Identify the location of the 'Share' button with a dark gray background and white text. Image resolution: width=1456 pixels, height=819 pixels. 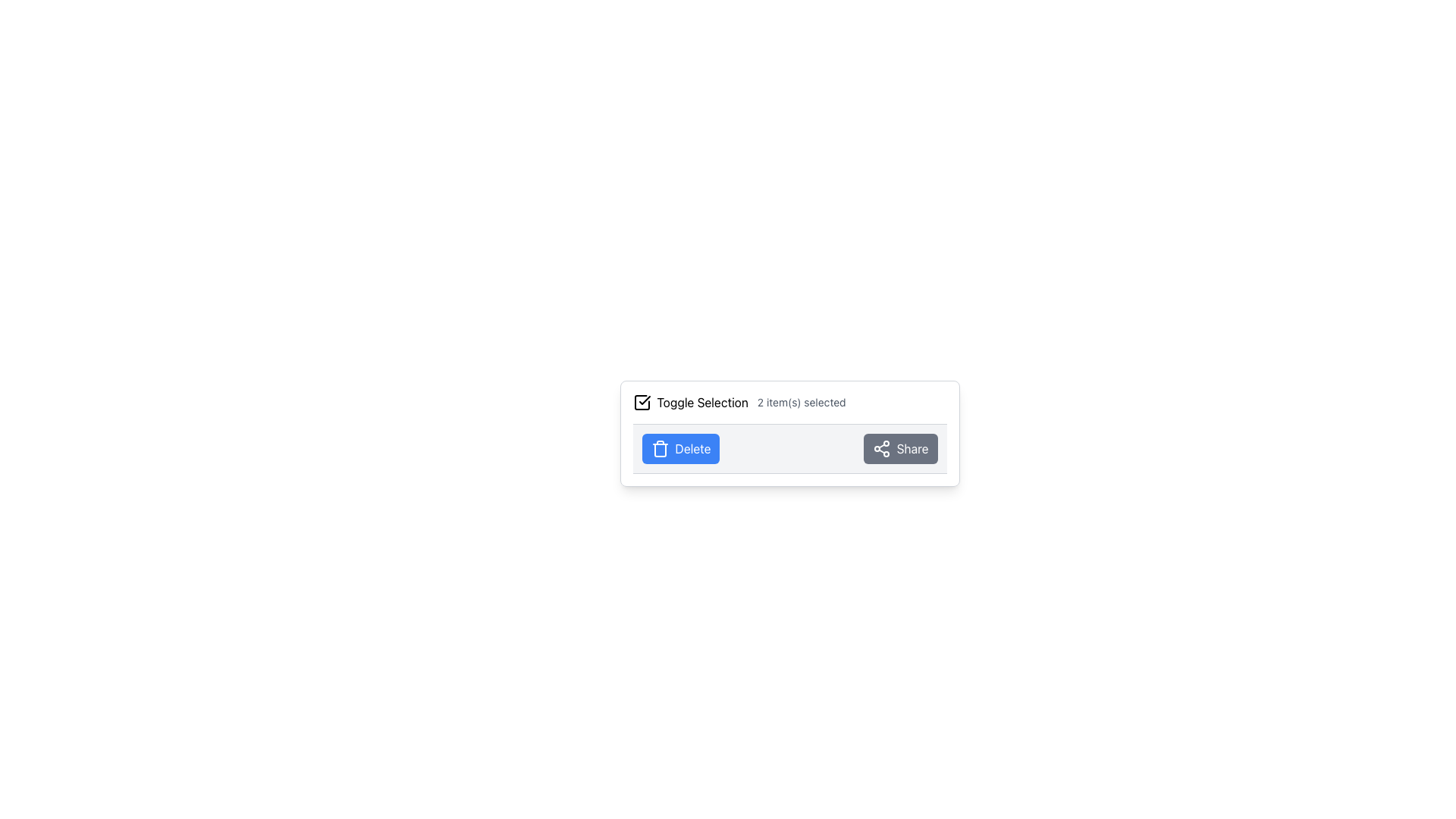
(900, 447).